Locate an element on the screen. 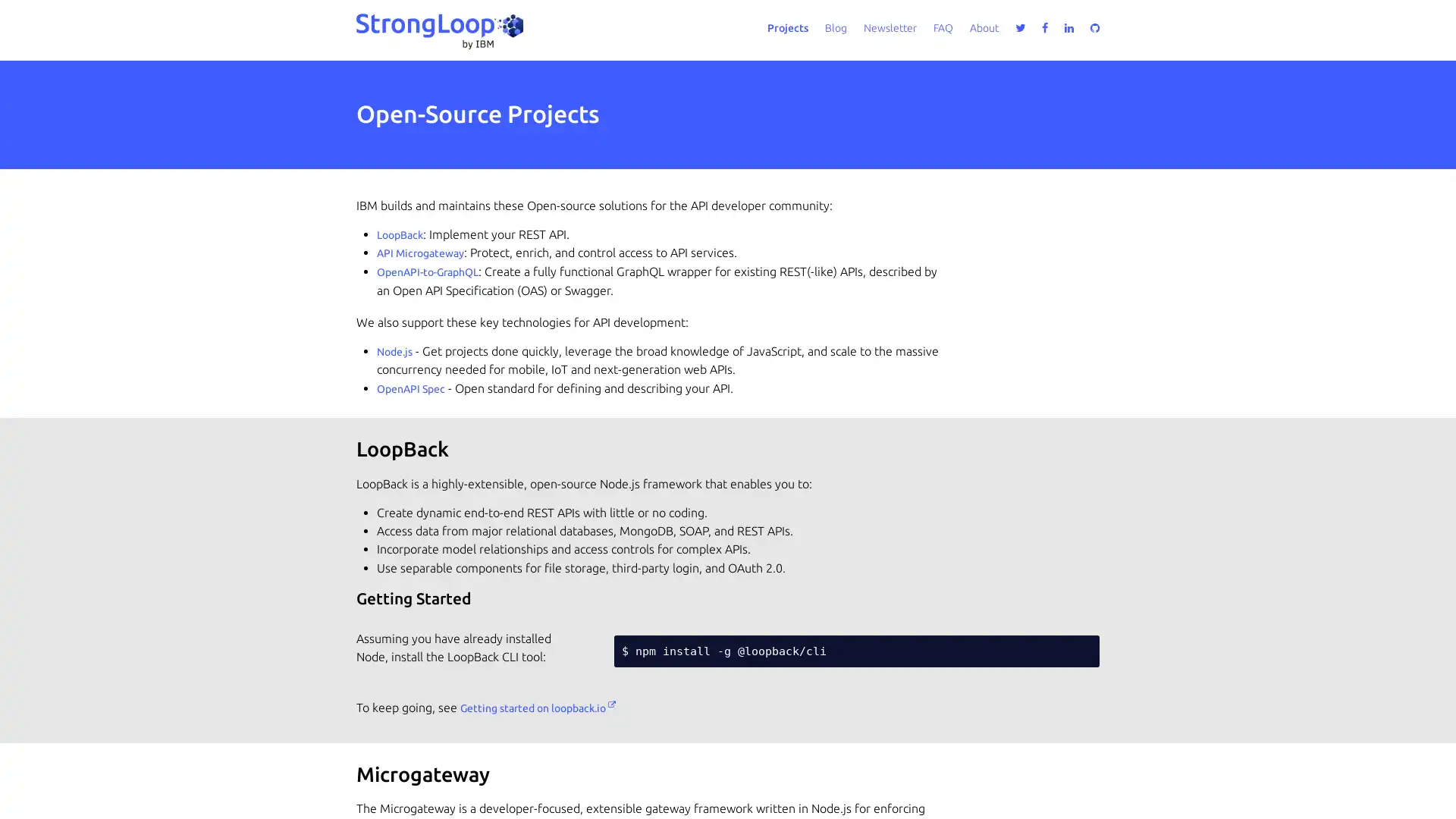  Do not sell my personal information is located at coordinates (1333, 769).